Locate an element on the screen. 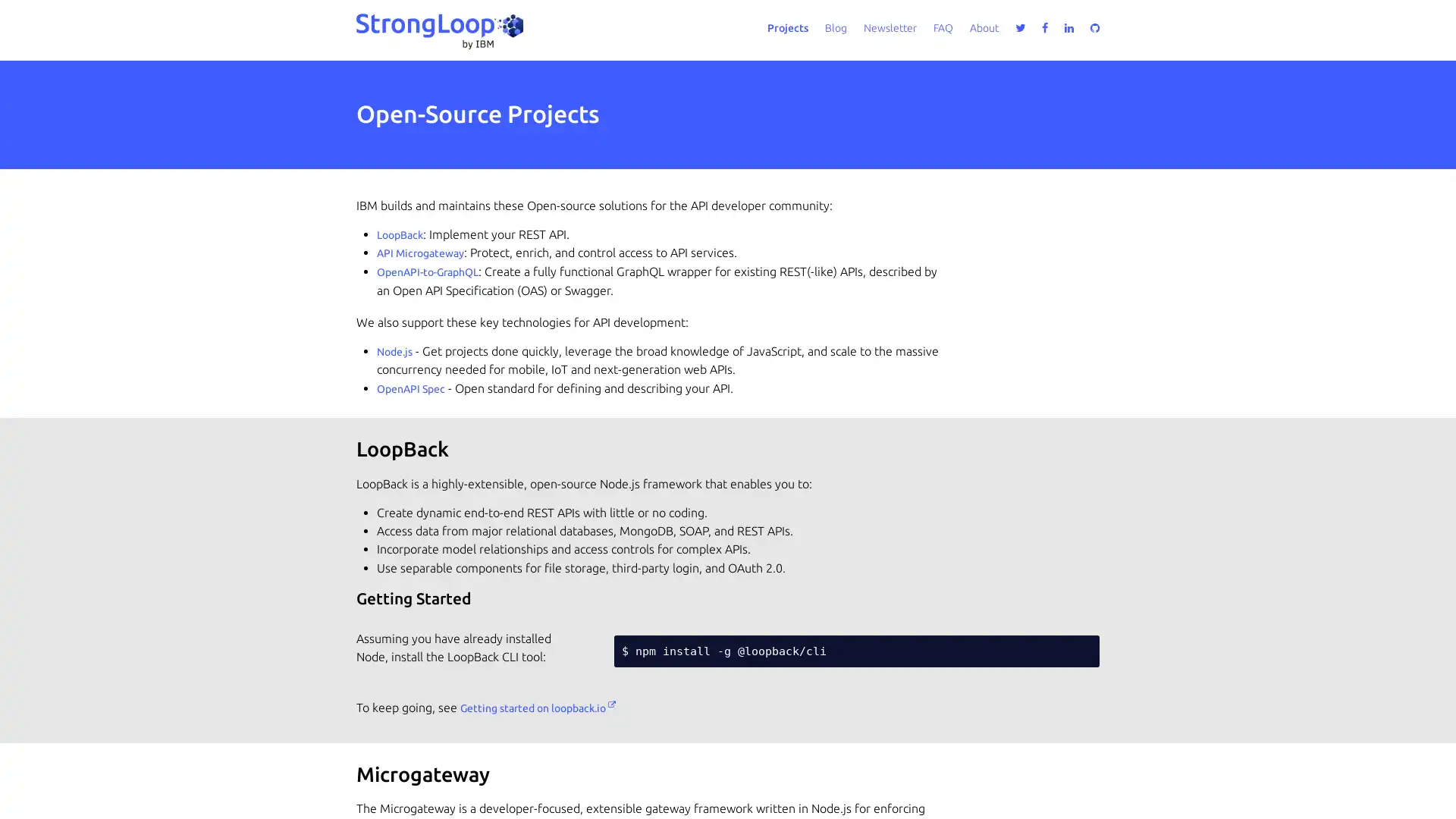  Do not sell my personal information is located at coordinates (1333, 769).